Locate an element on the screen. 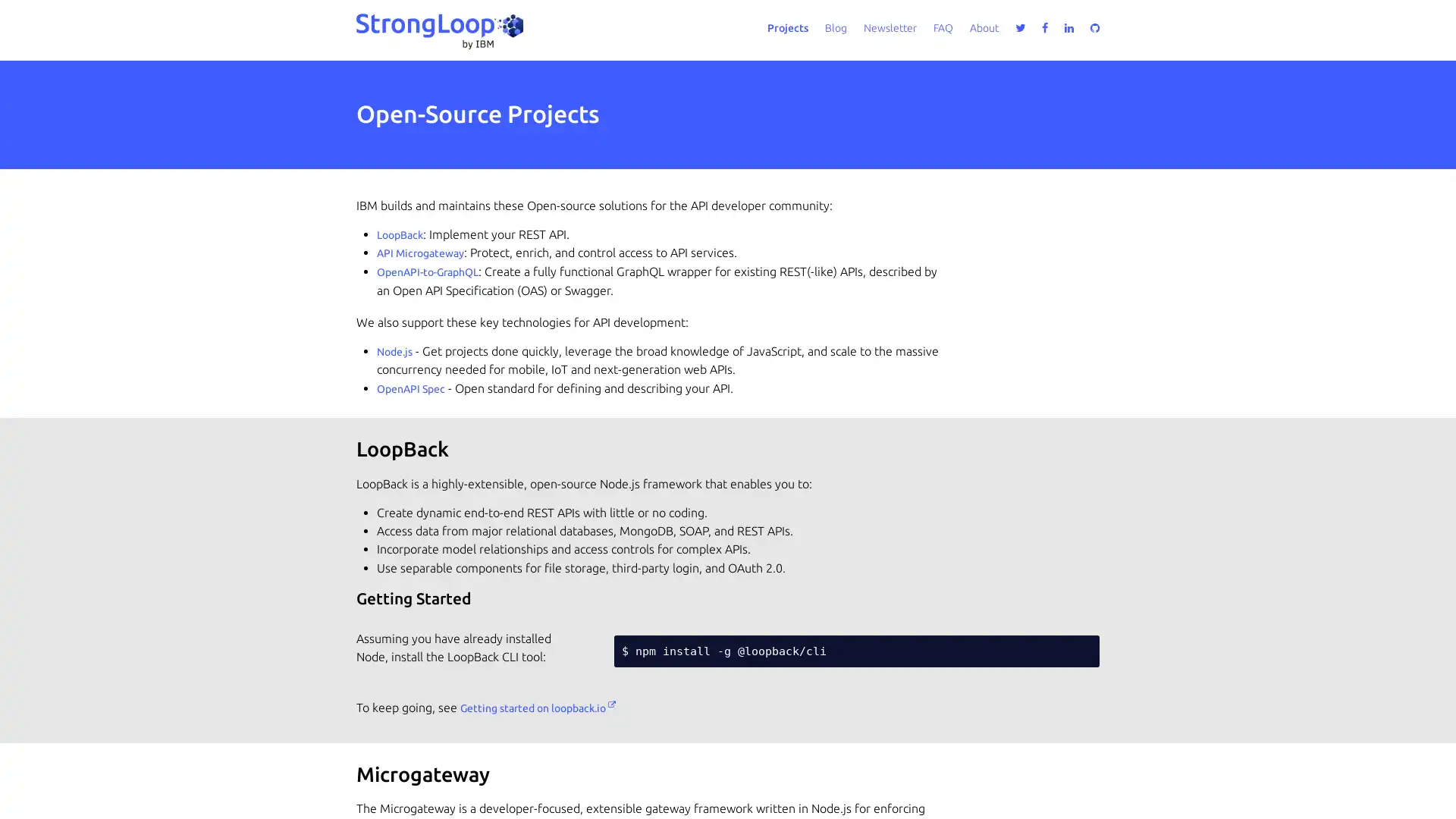  Do not sell my personal information is located at coordinates (1333, 769).